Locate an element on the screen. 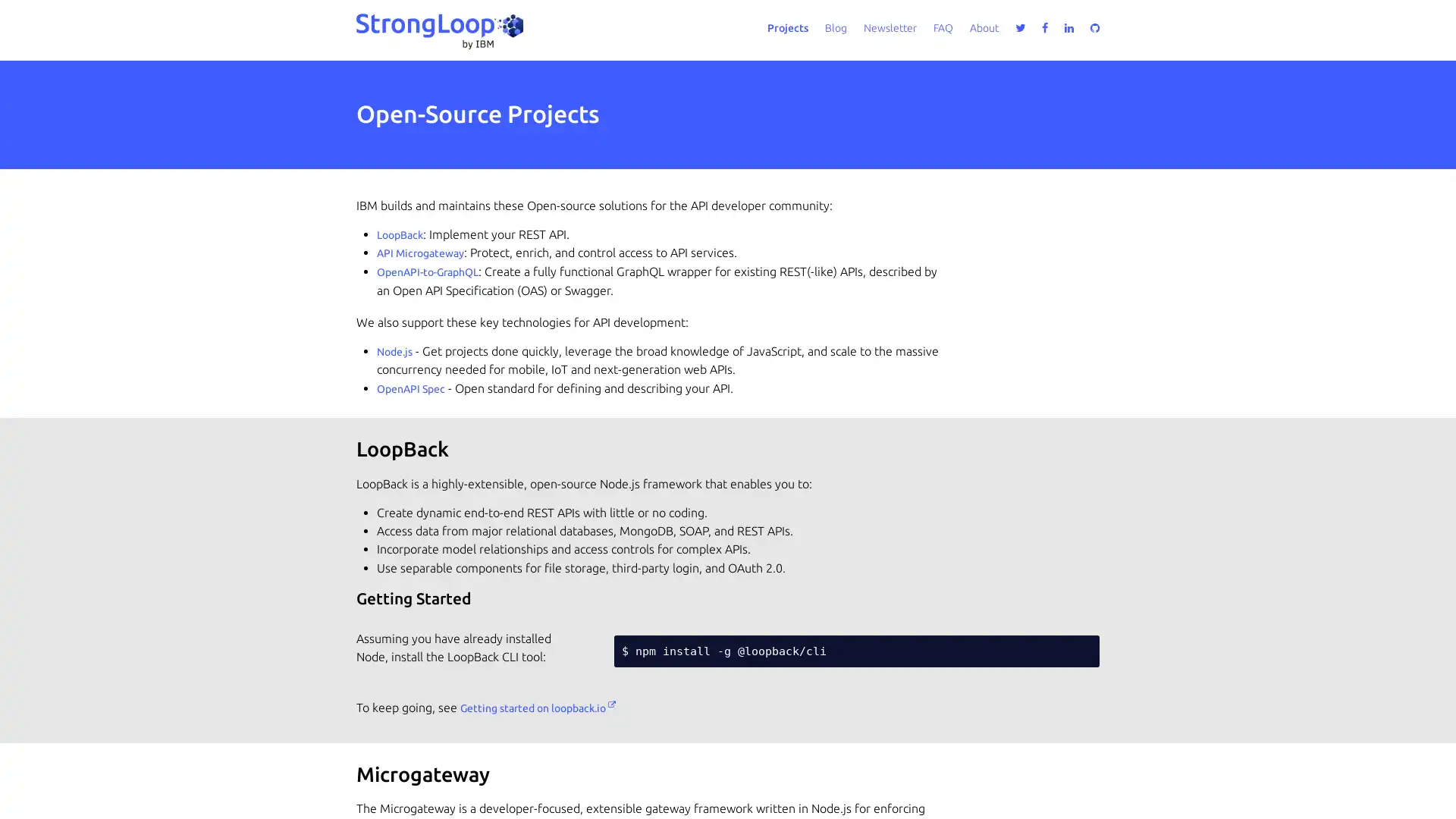  Do not sell my personal information is located at coordinates (1333, 769).